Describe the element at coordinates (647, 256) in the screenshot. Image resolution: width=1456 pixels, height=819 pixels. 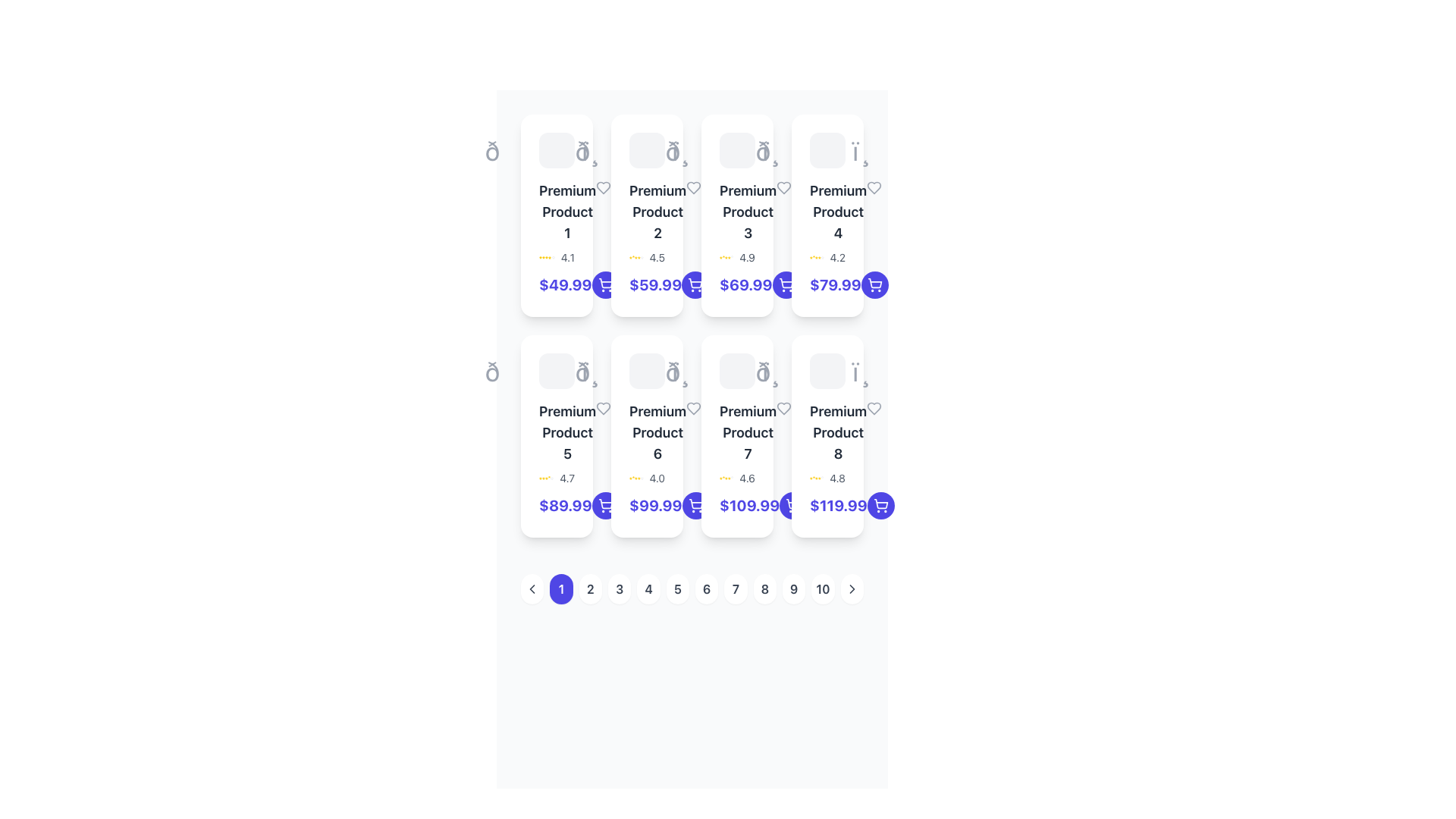
I see `average user rating displayed as a star-based rating and numeric value for the product in the 'Premium Product 2' card, located beneath the product title and above the price section` at that location.